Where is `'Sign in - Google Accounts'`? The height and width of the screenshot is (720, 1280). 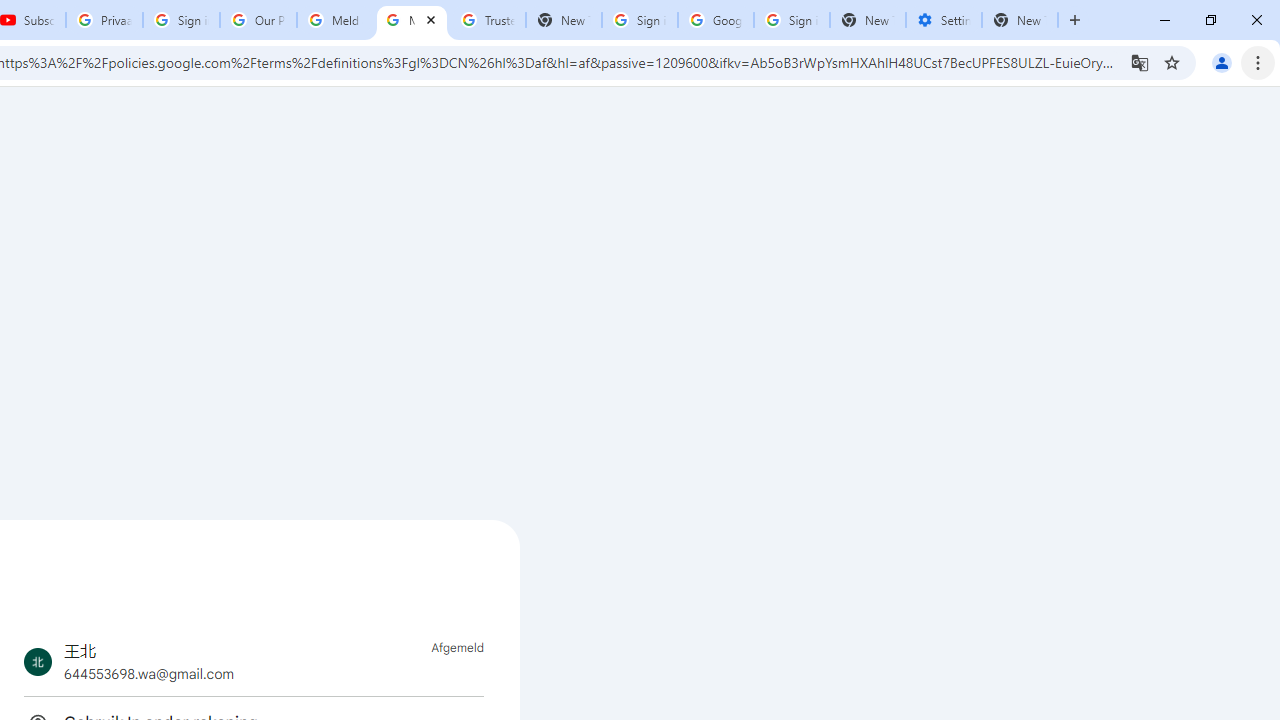 'Sign in - Google Accounts' is located at coordinates (640, 20).